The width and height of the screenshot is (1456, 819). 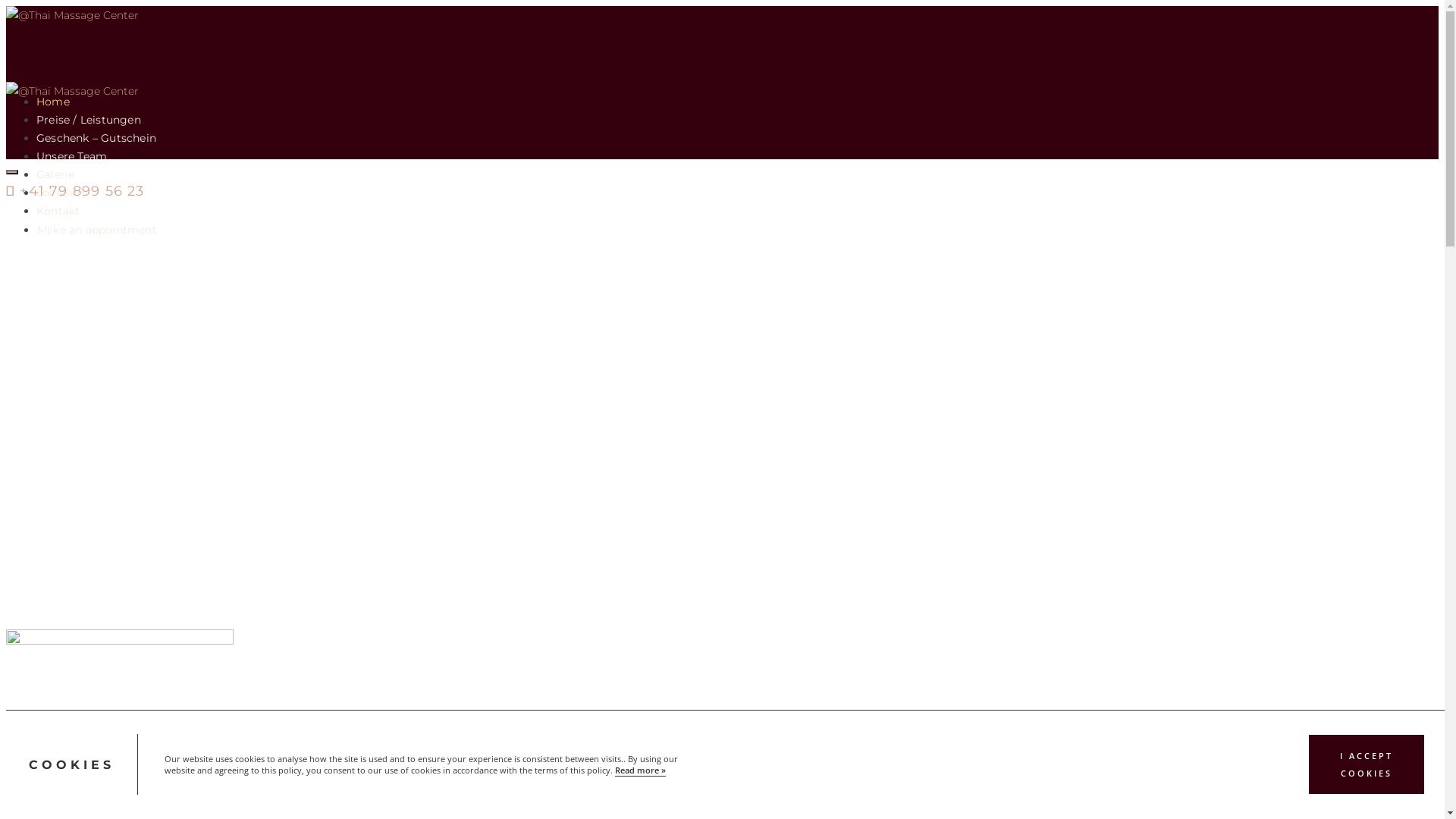 What do you see at coordinates (53, 102) in the screenshot?
I see `'Home'` at bounding box center [53, 102].